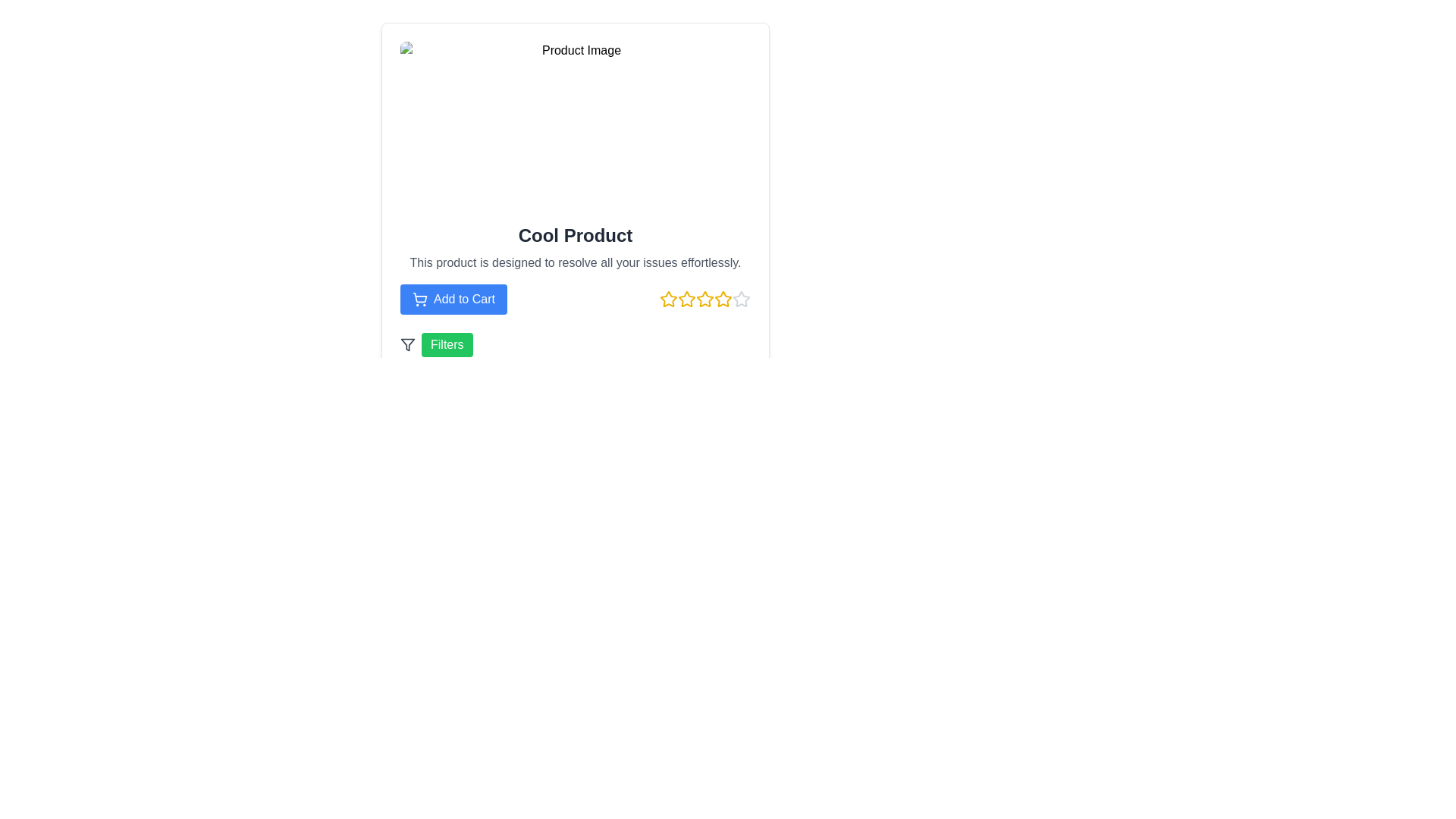 The image size is (1456, 819). Describe the element at coordinates (742, 299) in the screenshot. I see `the fifth star icon in the rating system` at that location.